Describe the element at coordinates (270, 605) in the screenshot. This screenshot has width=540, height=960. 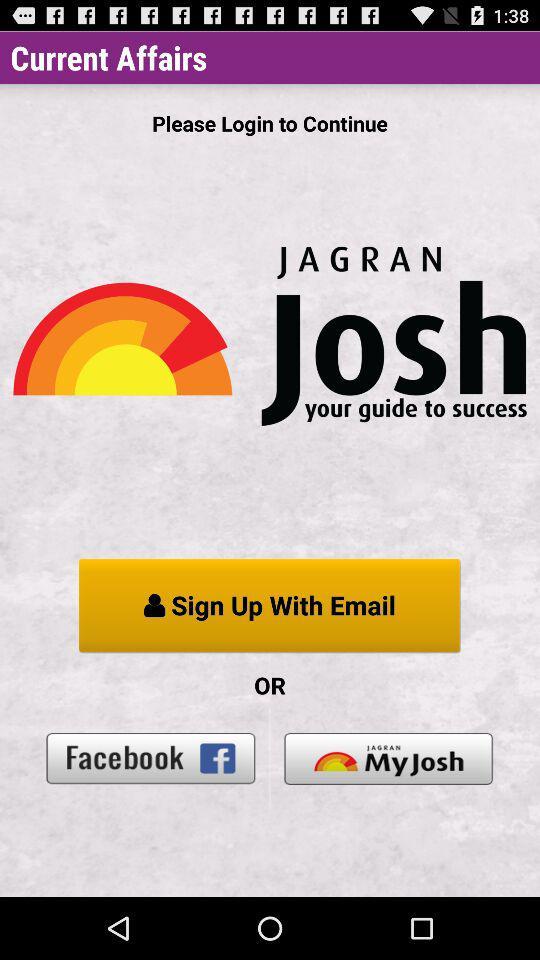
I see `the app above or item` at that location.